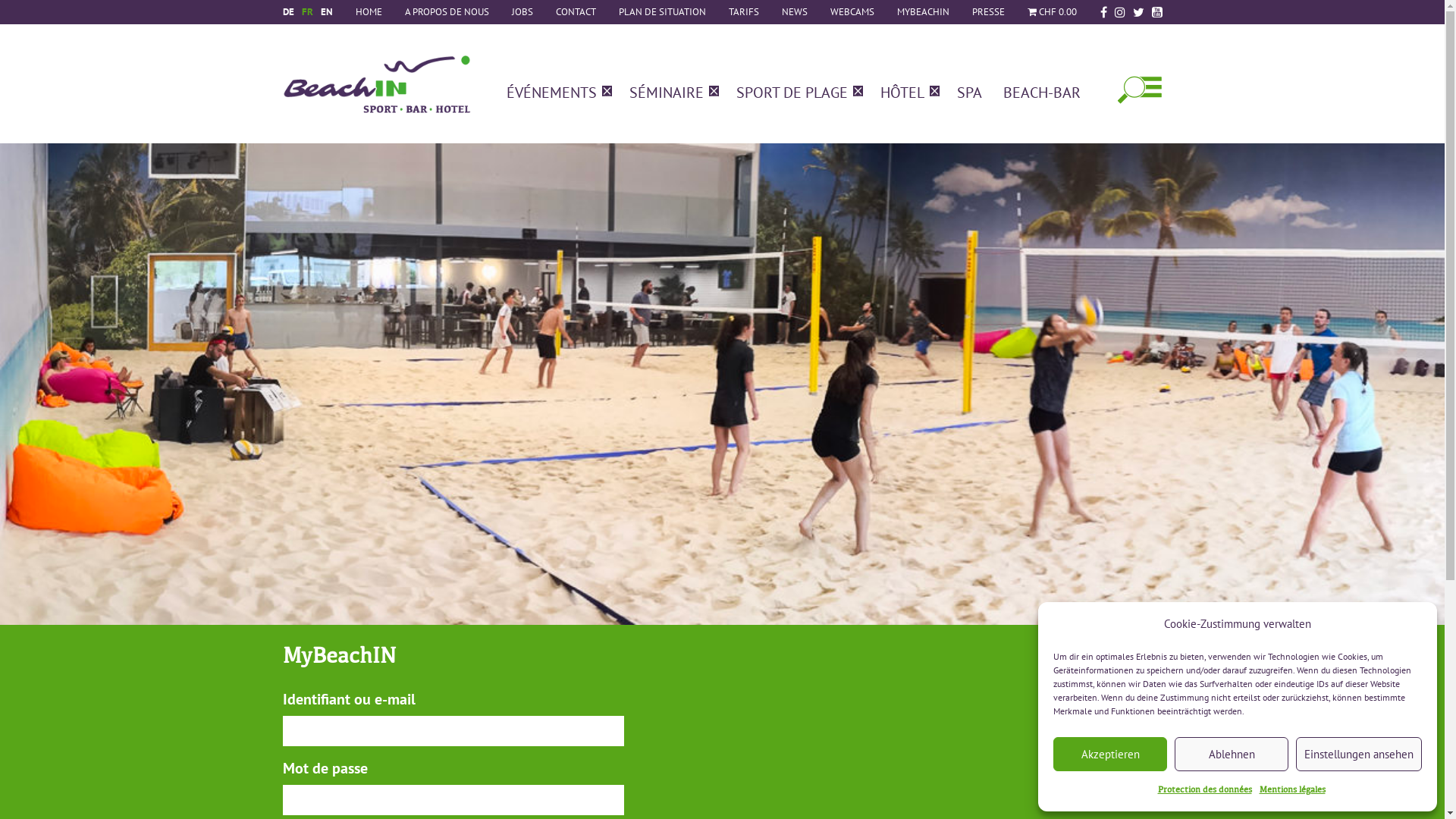 The image size is (1456, 819). What do you see at coordinates (968, 93) in the screenshot?
I see `'SPA'` at bounding box center [968, 93].